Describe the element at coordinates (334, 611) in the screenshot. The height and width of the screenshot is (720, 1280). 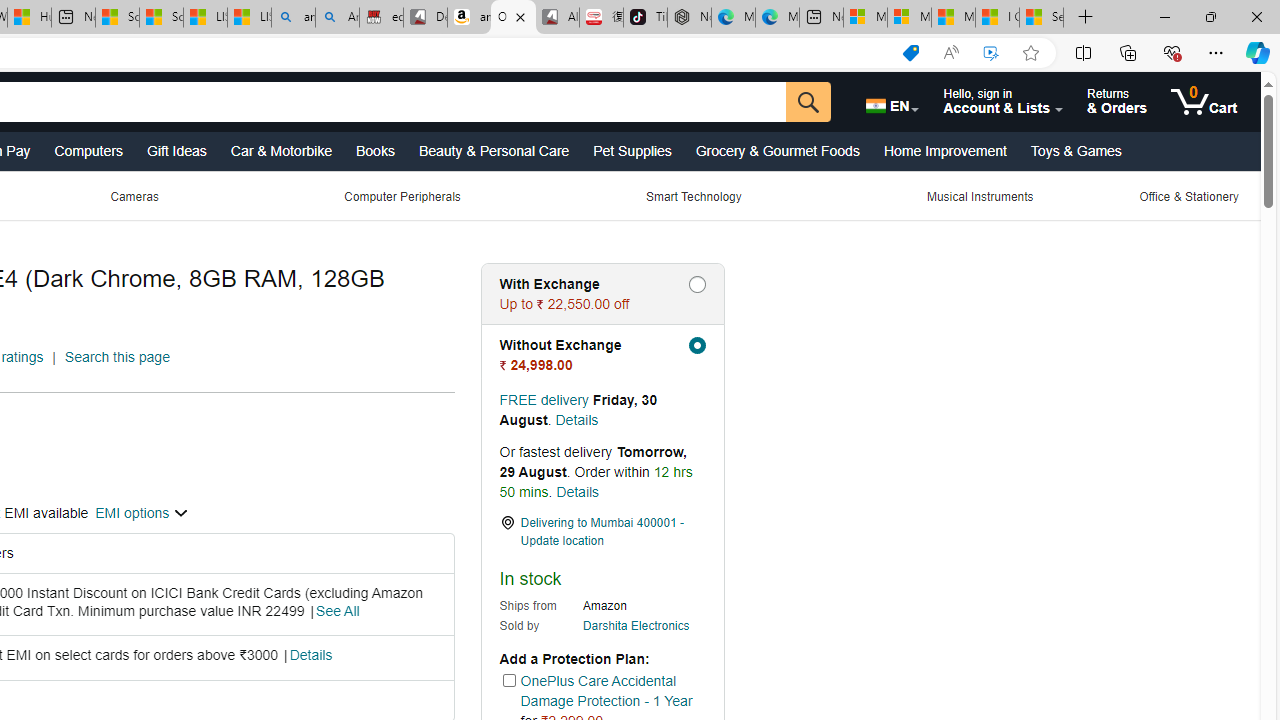
I see `'|See All'` at that location.